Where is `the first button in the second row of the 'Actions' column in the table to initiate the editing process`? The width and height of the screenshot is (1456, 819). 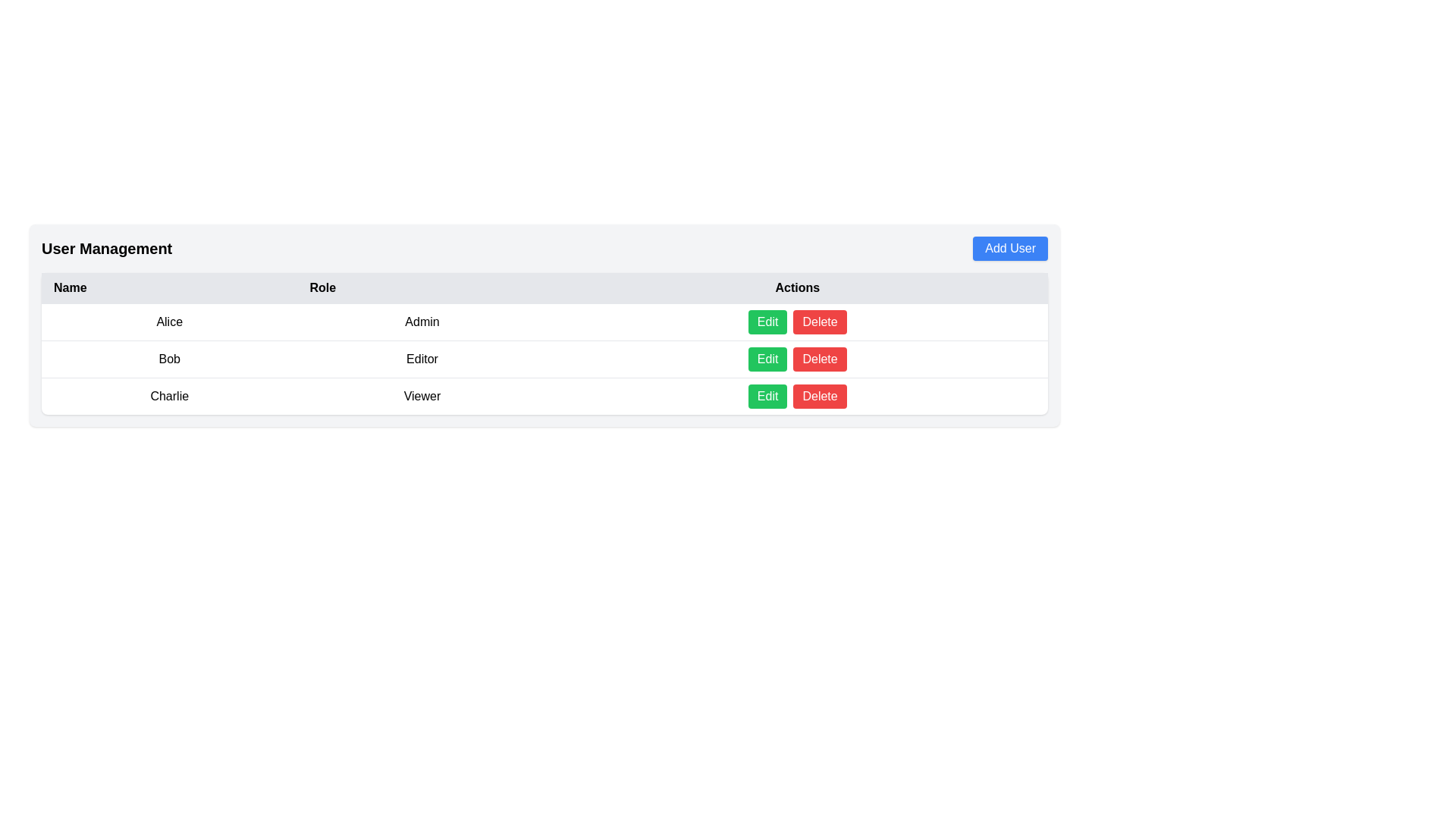 the first button in the second row of the 'Actions' column in the table to initiate the editing process is located at coordinates (767, 359).